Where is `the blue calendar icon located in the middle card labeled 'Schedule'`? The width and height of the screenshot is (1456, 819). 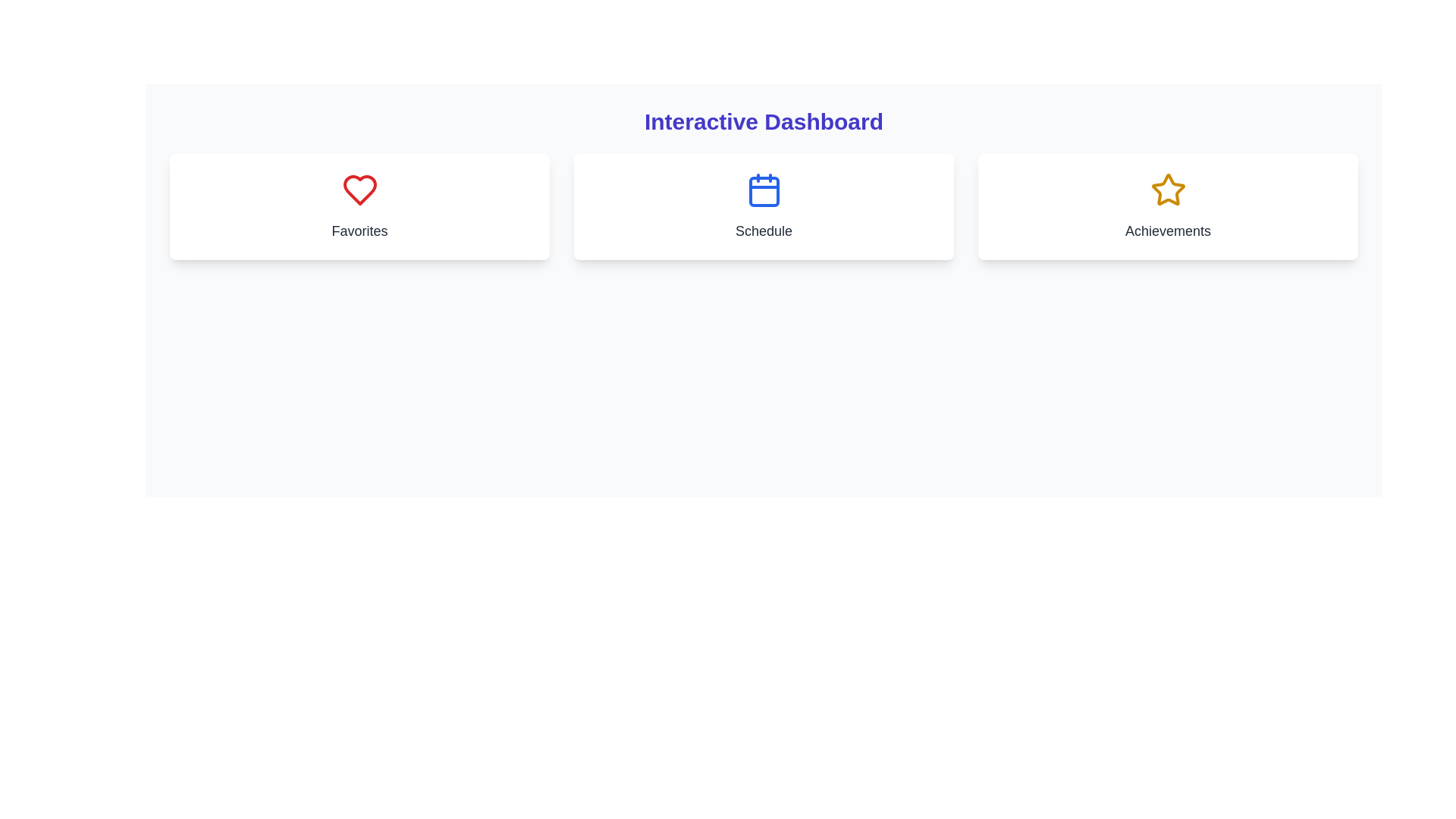
the blue calendar icon located in the middle card labeled 'Schedule' is located at coordinates (764, 189).